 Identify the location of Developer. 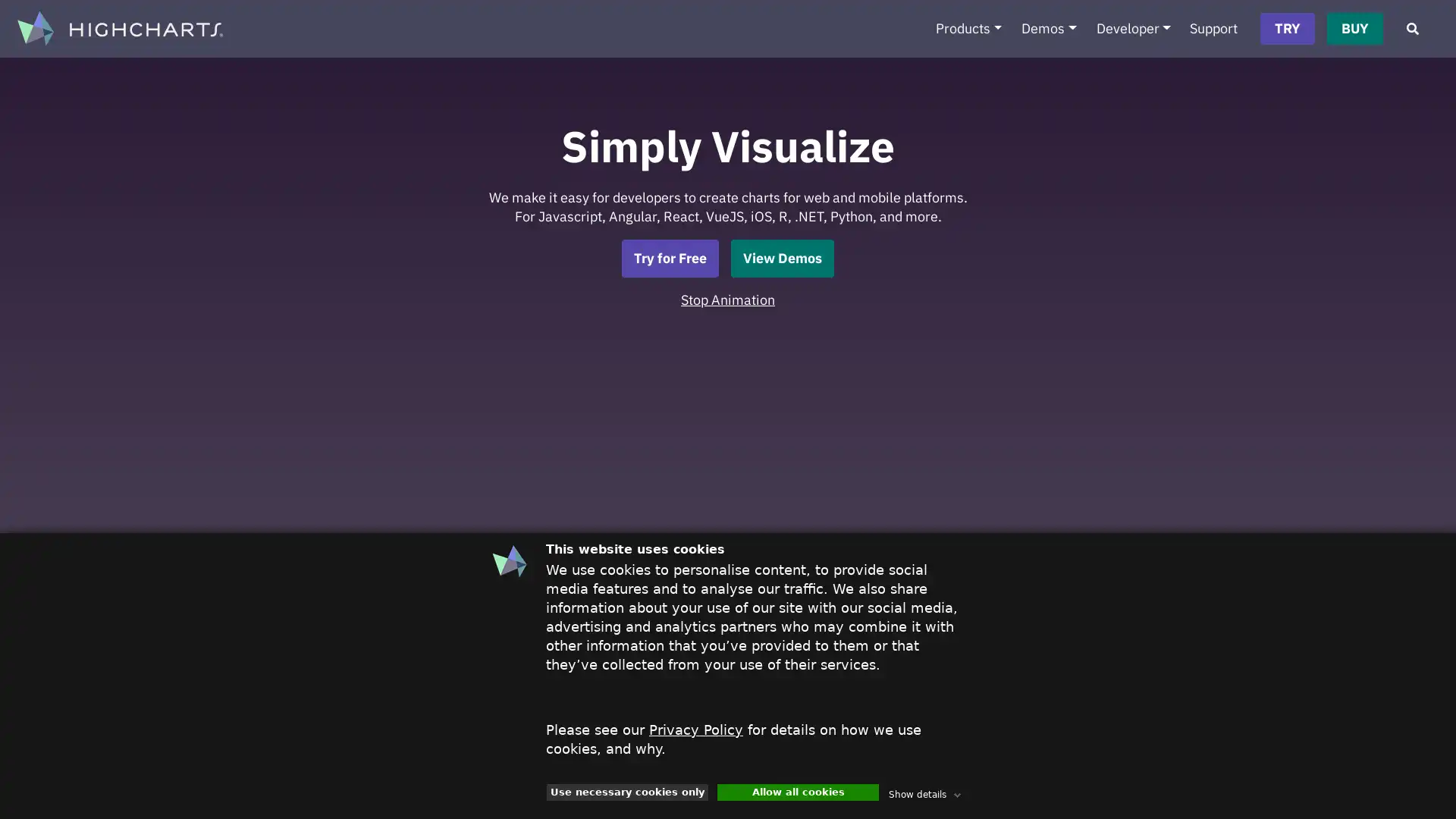
(1133, 29).